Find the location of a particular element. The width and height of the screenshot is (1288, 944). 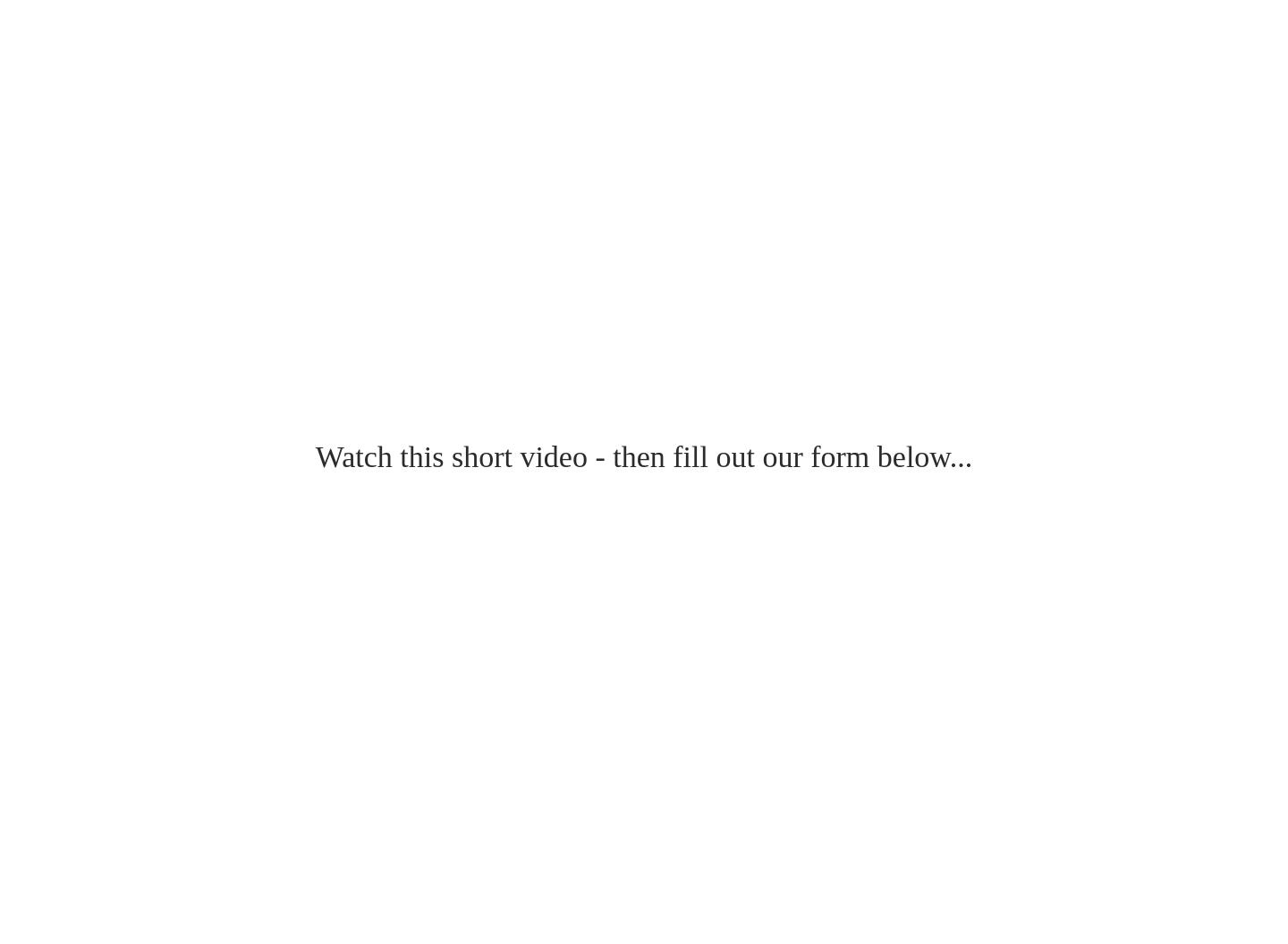

'We get our clients great results by combining our 25+ years of' is located at coordinates (216, 35).